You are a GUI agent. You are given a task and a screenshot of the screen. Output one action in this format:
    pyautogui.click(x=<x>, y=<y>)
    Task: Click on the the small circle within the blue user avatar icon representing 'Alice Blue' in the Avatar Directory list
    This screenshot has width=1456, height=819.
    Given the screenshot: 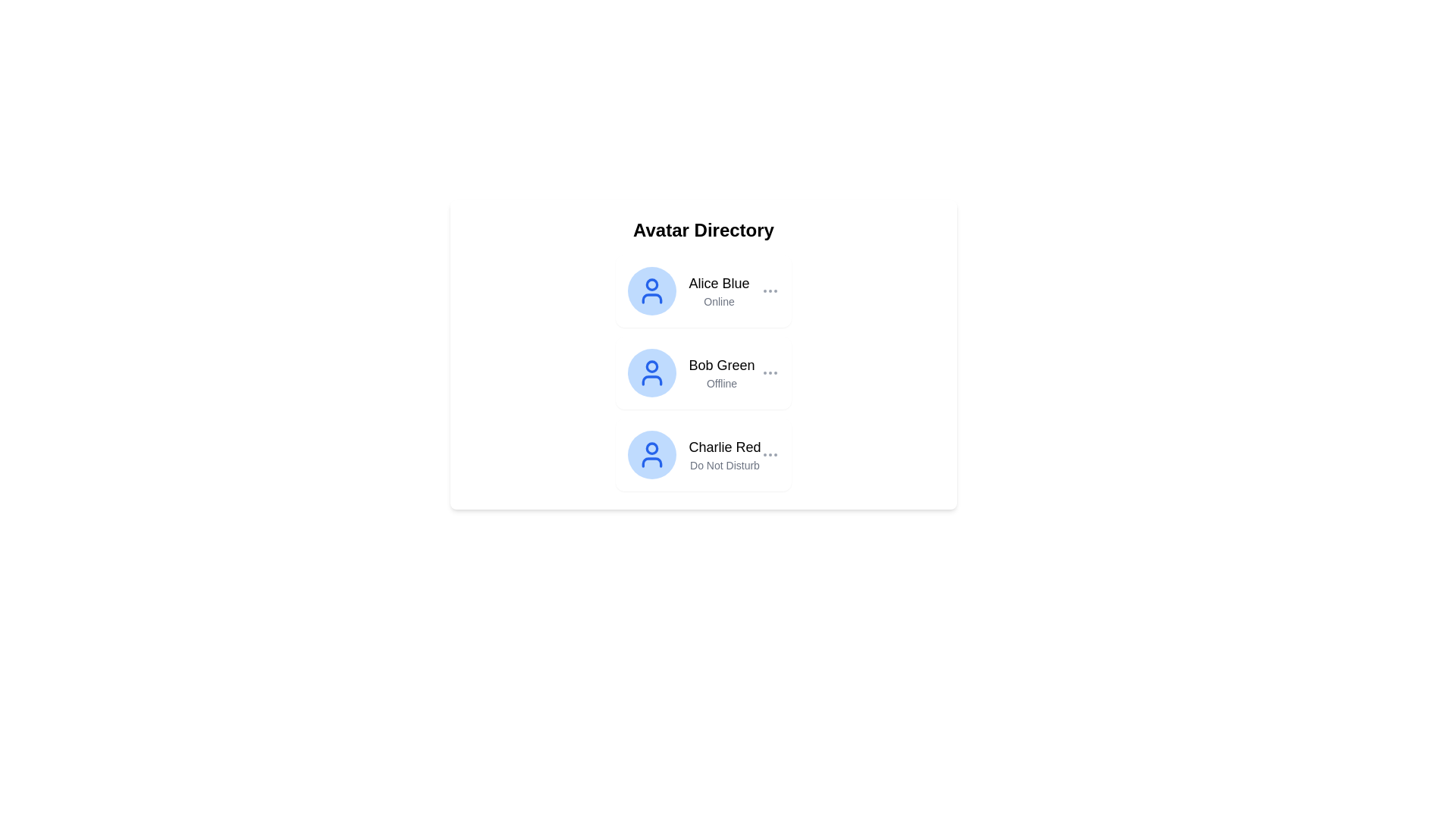 What is the action you would take?
    pyautogui.click(x=652, y=284)
    